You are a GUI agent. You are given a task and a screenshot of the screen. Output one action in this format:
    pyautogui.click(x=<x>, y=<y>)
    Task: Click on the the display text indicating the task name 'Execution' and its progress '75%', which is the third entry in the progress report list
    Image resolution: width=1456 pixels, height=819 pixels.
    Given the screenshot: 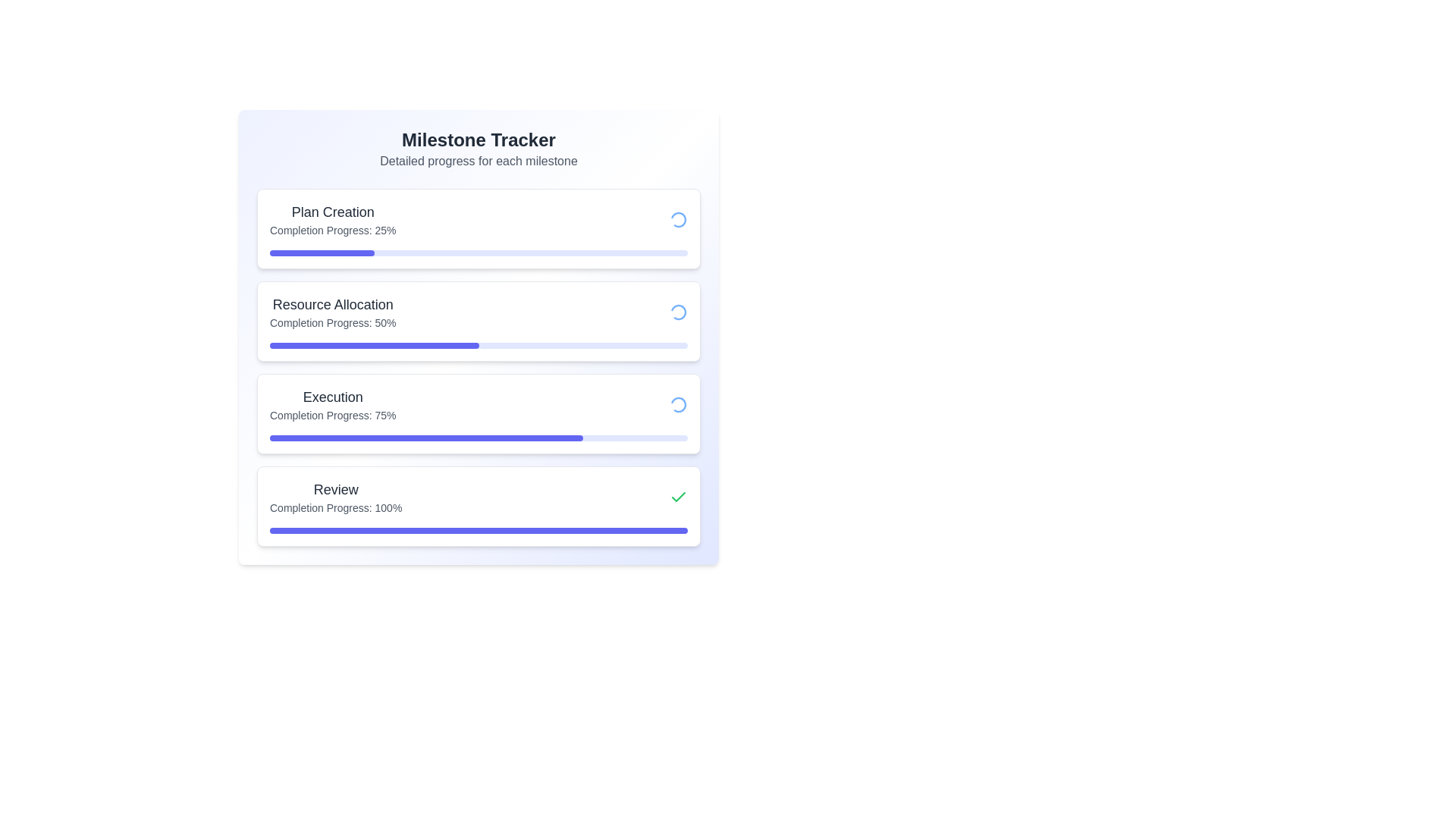 What is the action you would take?
    pyautogui.click(x=332, y=403)
    